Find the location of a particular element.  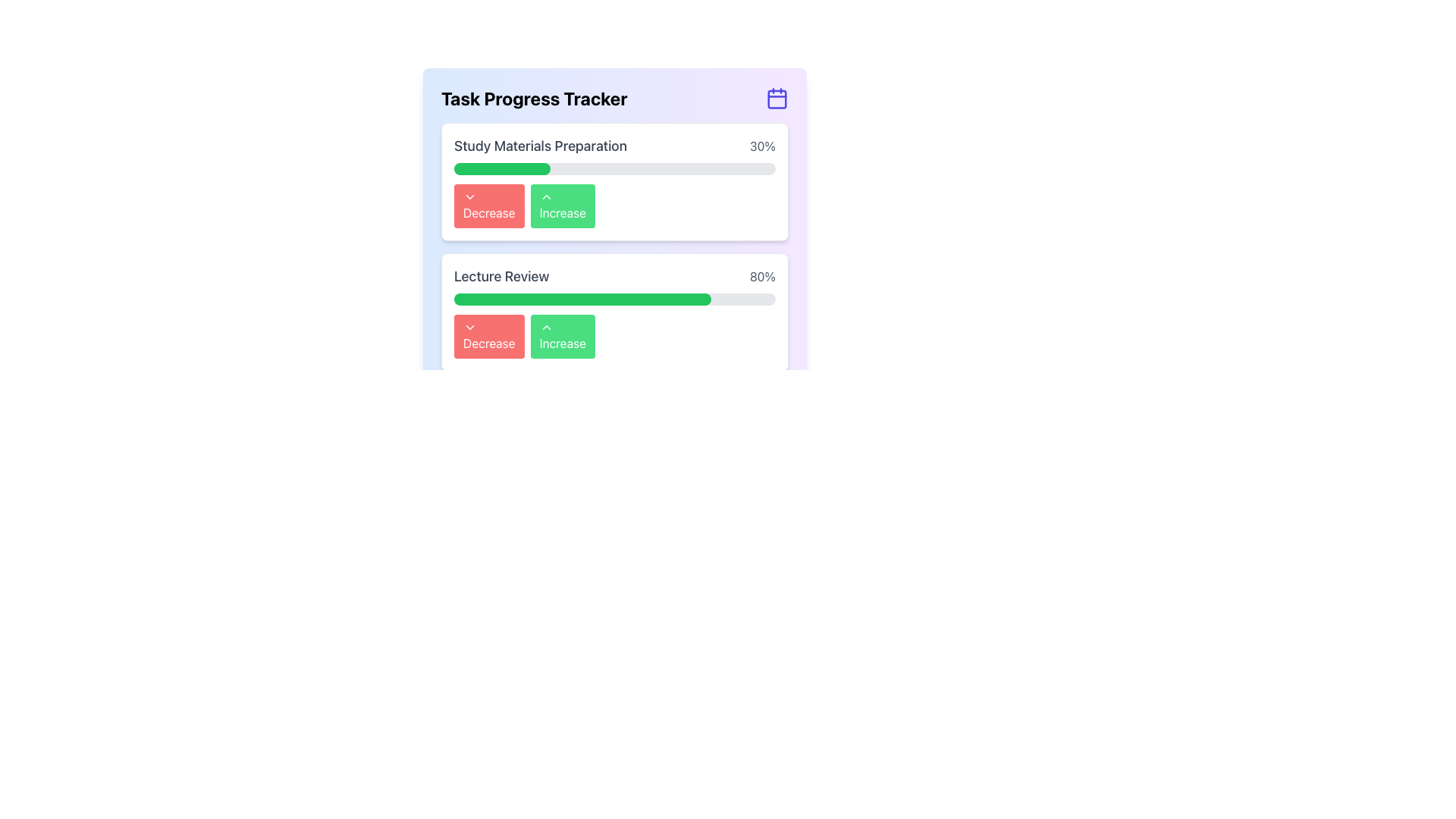

the calendar icon in the header section of 'Task Progress Tracker' is located at coordinates (777, 99).